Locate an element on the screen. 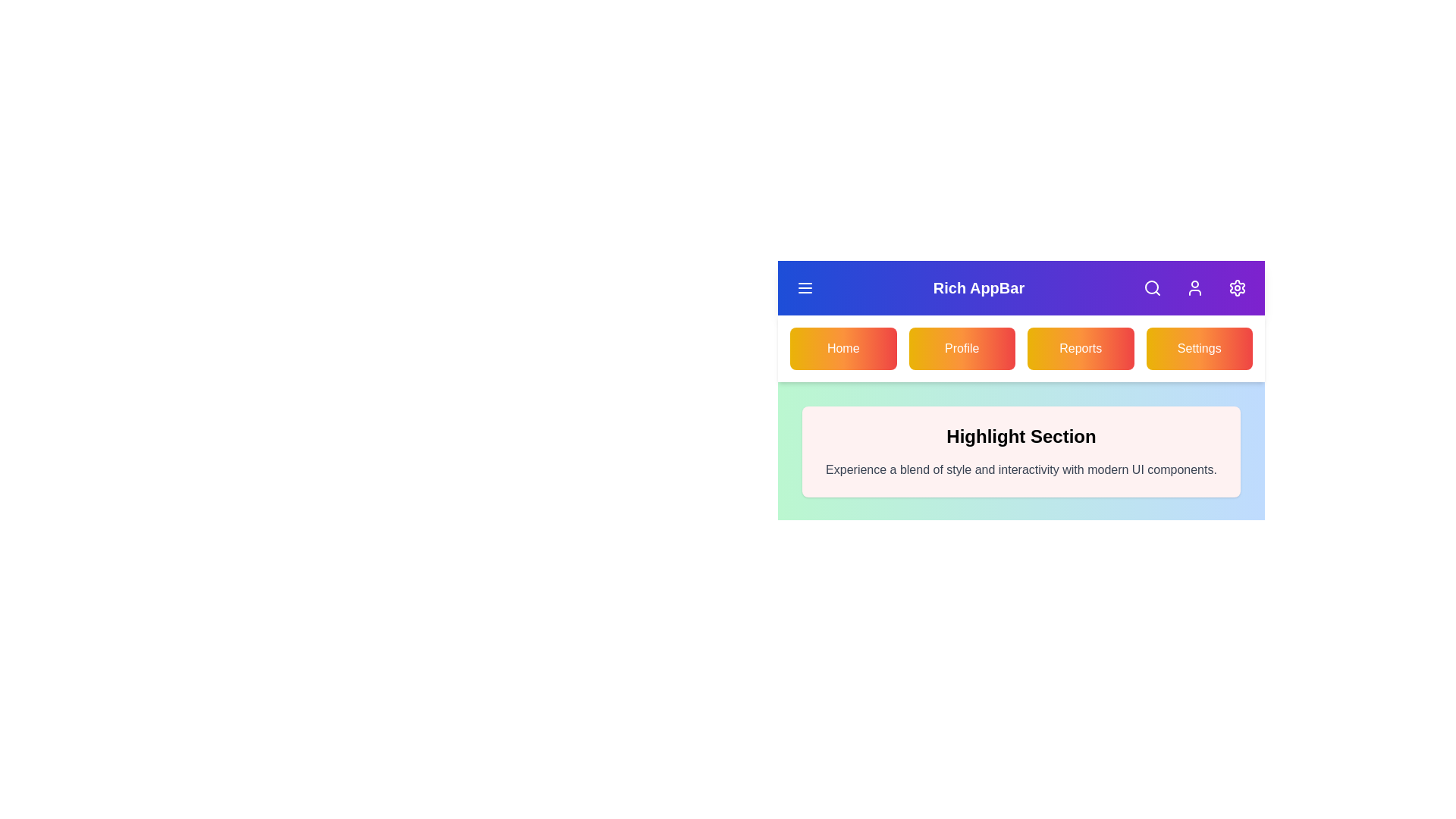 This screenshot has height=819, width=1456. the button labeled User to observe its hover effect is located at coordinates (1194, 288).